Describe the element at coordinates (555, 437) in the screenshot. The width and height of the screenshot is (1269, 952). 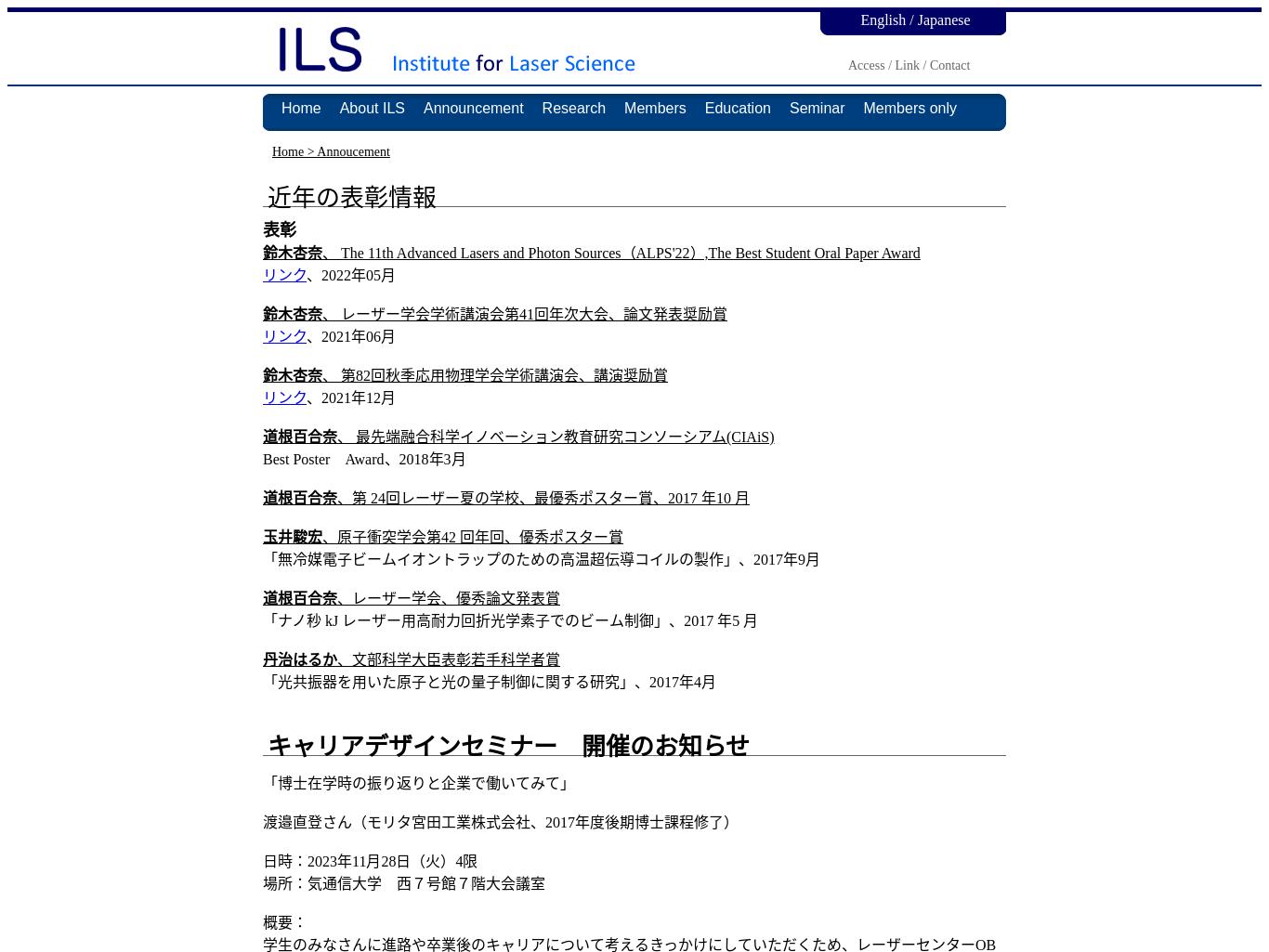
I see `'、 最先端融合科学イノベーション教育研究コンソーシアム(CIAiS)'` at that location.